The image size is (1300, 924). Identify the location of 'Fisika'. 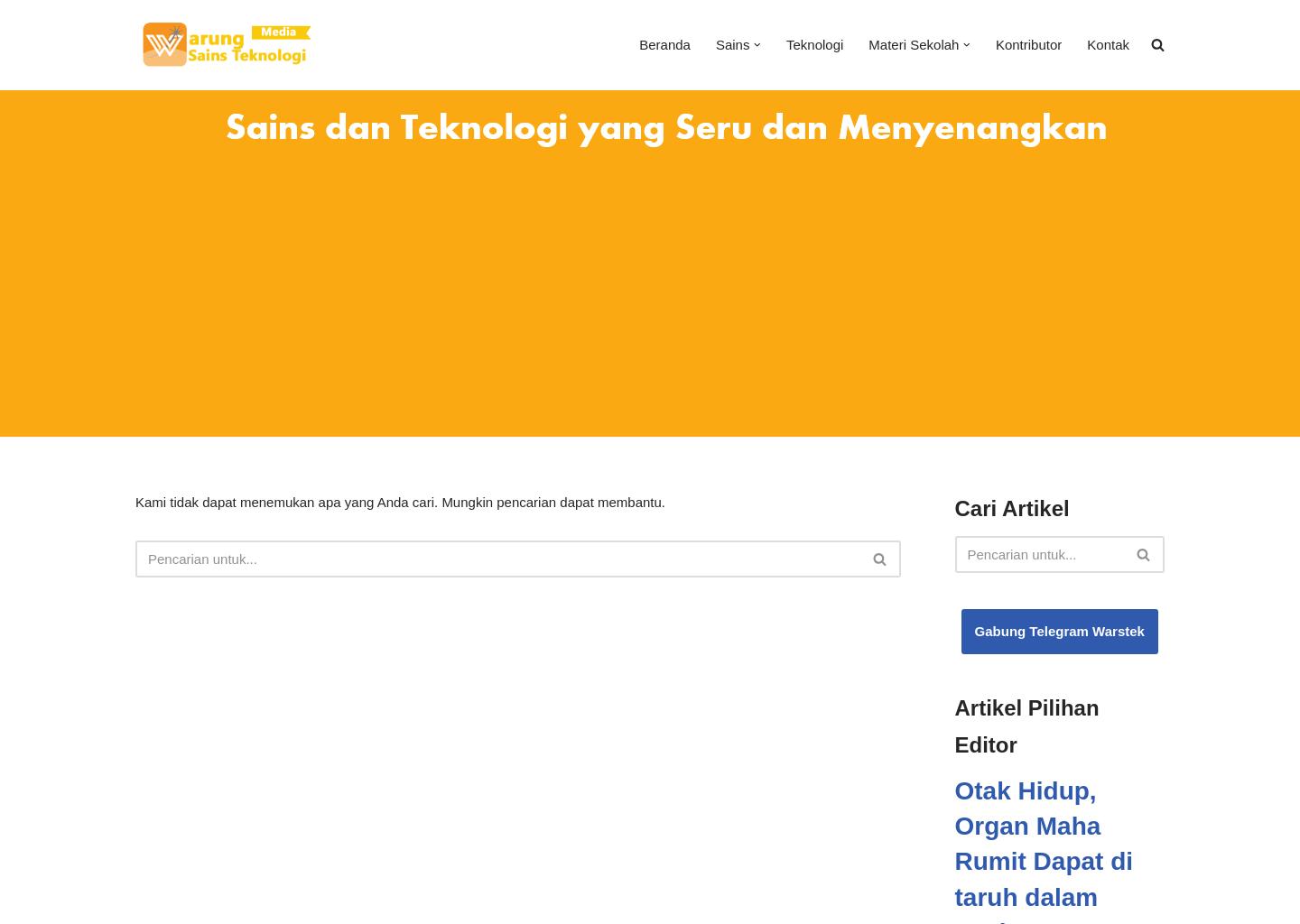
(862, 237).